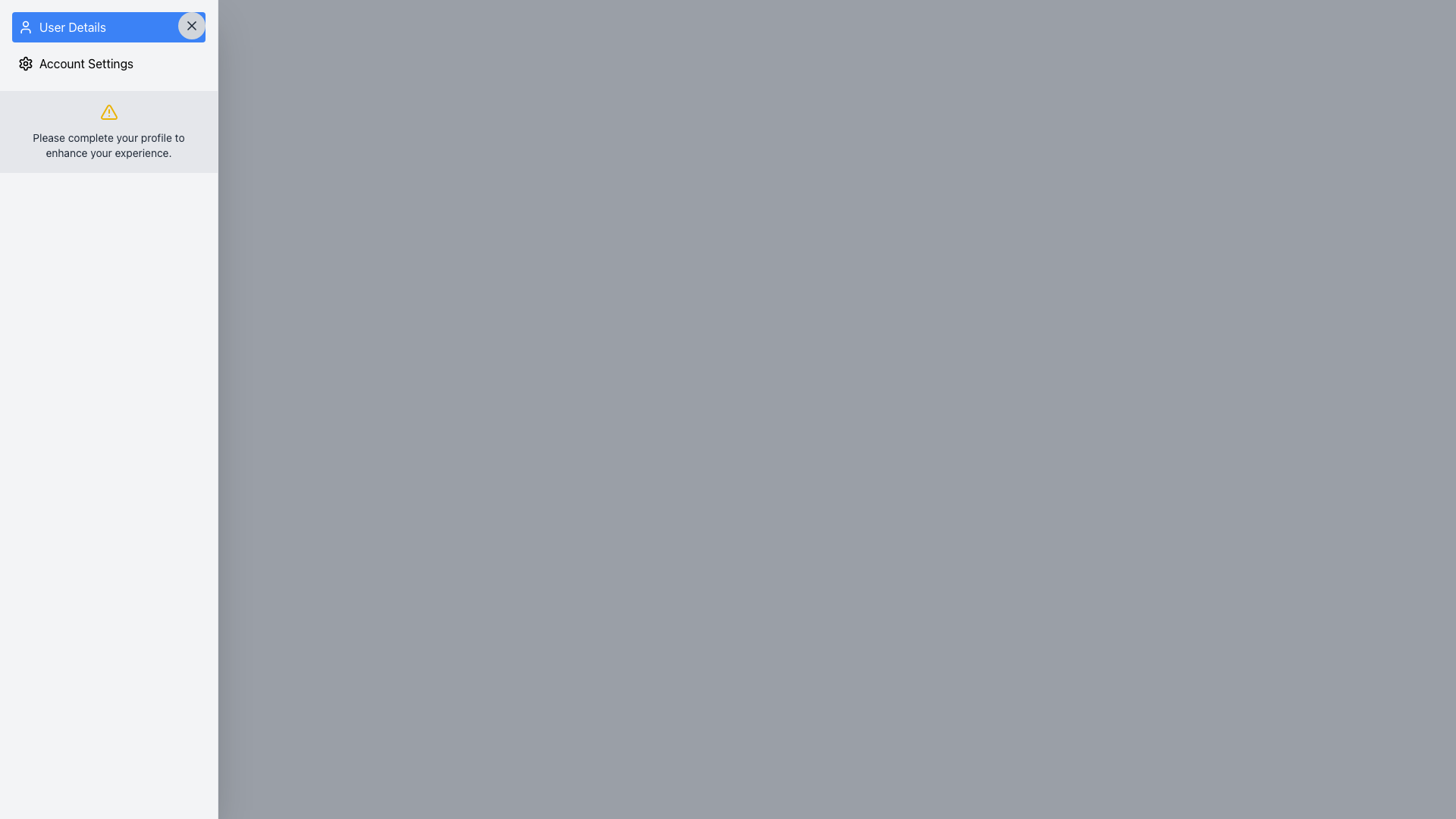  What do you see at coordinates (108, 146) in the screenshot?
I see `the informational message prompting users to complete their profile, located below the triangular alert icon in the sidebar` at bounding box center [108, 146].